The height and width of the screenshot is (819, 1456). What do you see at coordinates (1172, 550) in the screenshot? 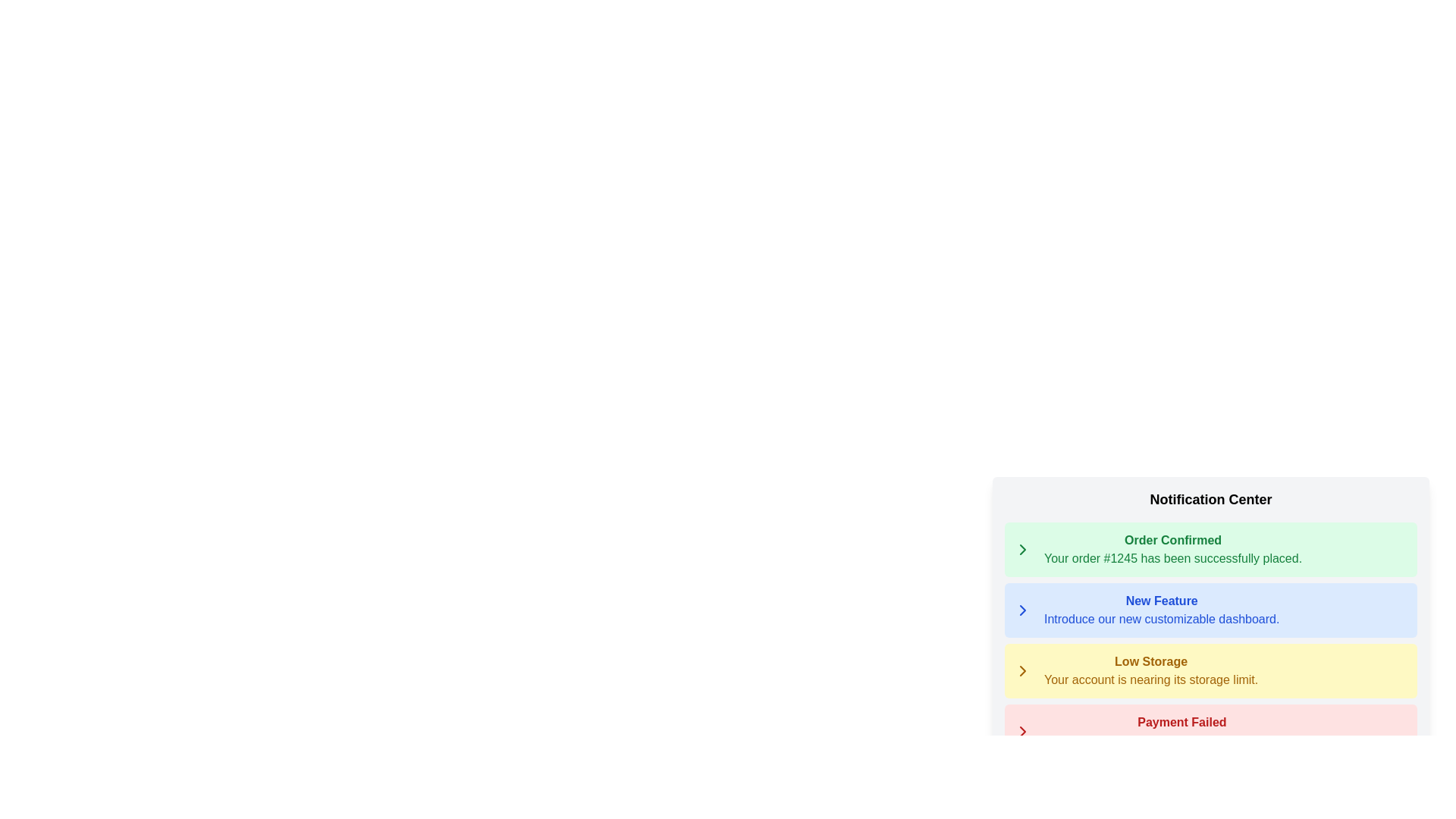
I see `confirmation message indicating the successful placement of order #1245, which is the first notification in the 'Notification Center'` at bounding box center [1172, 550].